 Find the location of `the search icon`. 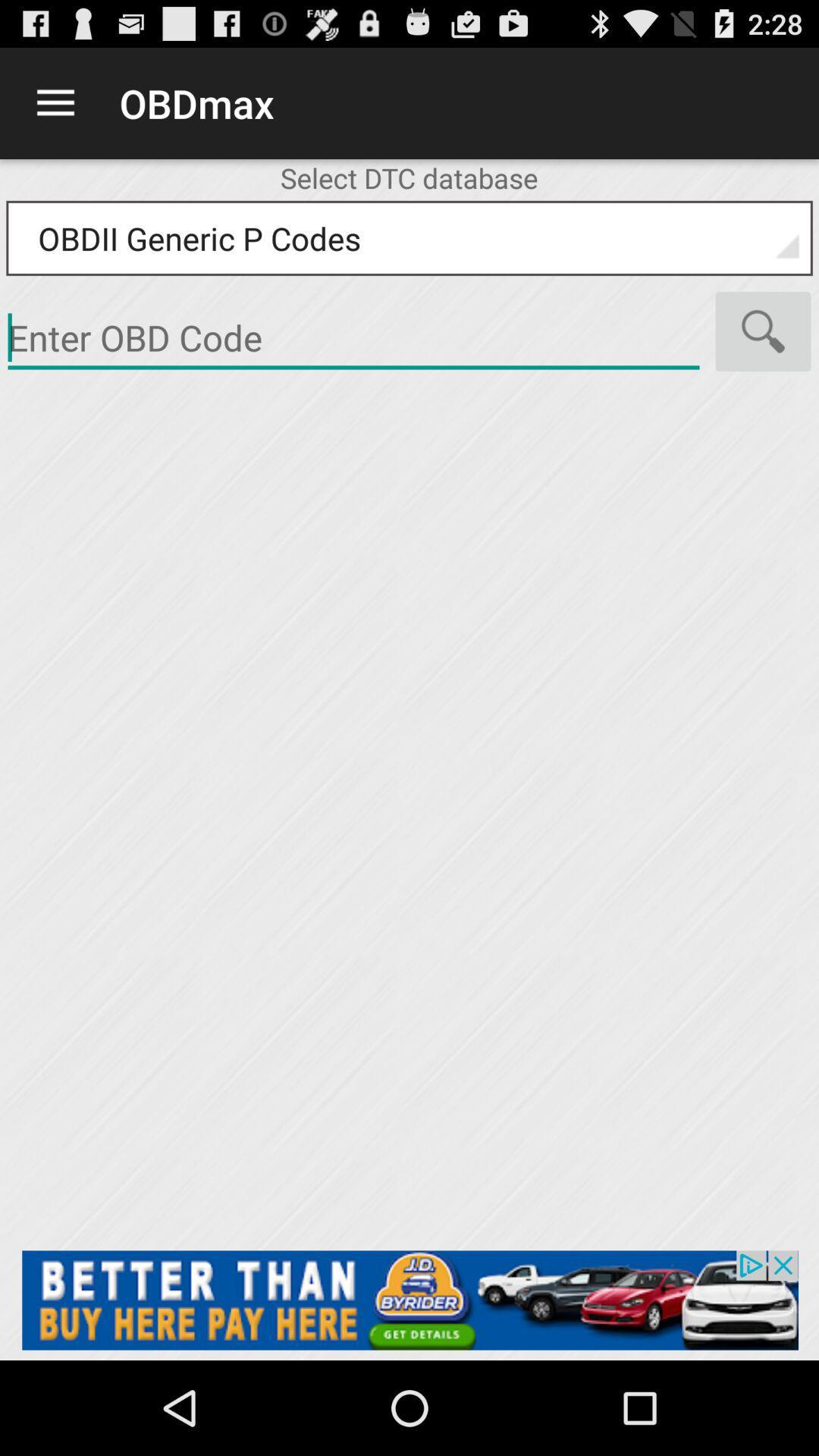

the search icon is located at coordinates (763, 353).